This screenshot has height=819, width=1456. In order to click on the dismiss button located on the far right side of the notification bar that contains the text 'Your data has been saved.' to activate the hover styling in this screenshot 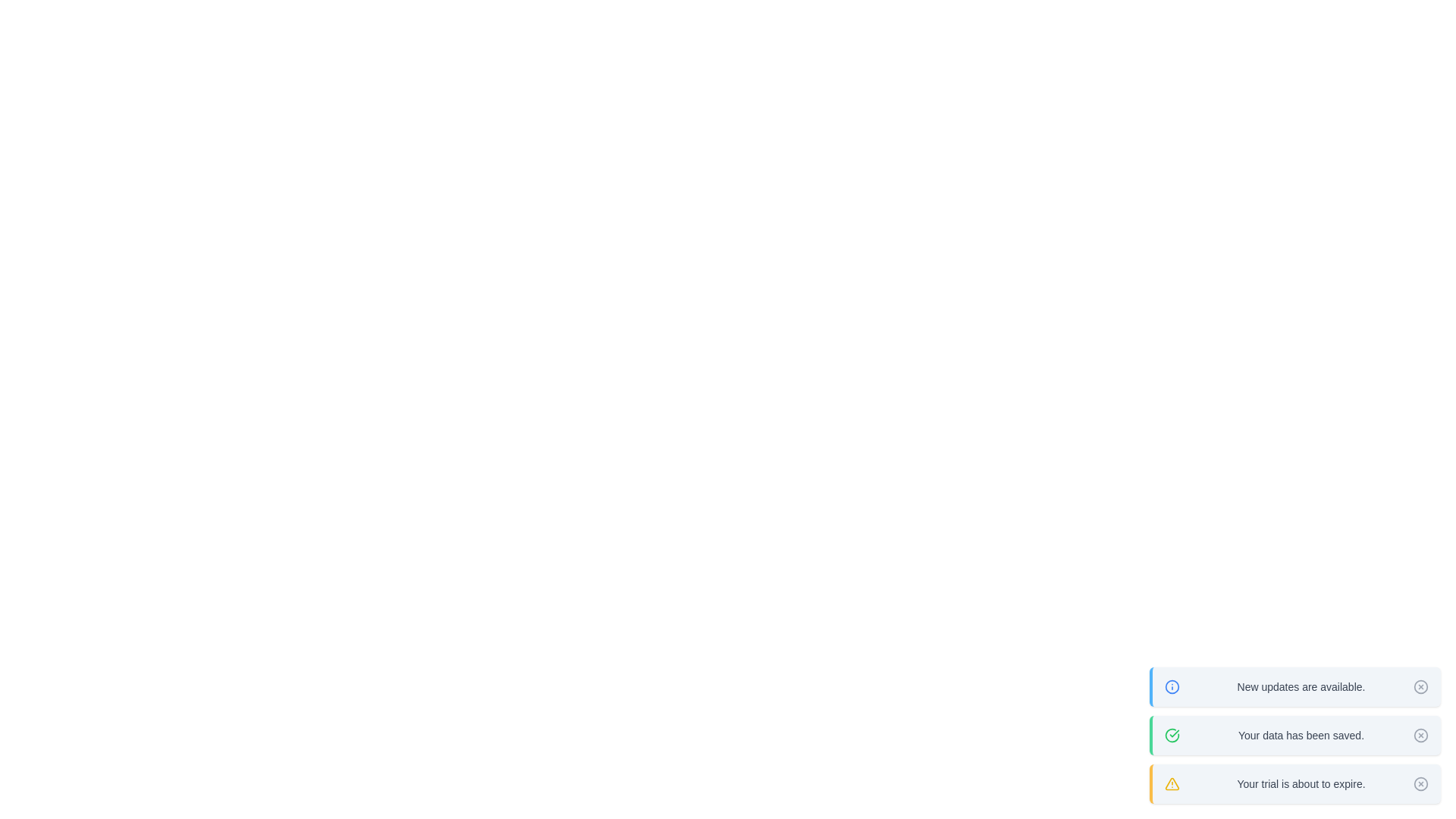, I will do `click(1420, 734)`.